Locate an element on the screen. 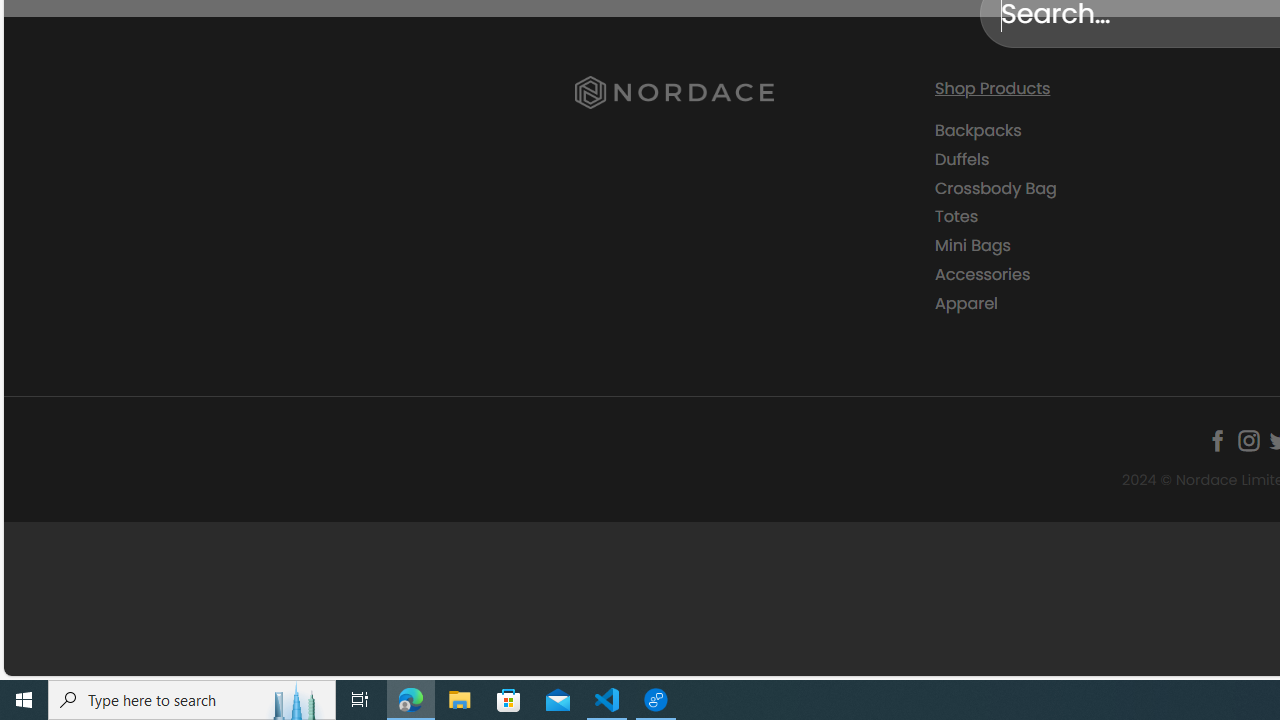  'Mini Bags' is located at coordinates (1098, 245).